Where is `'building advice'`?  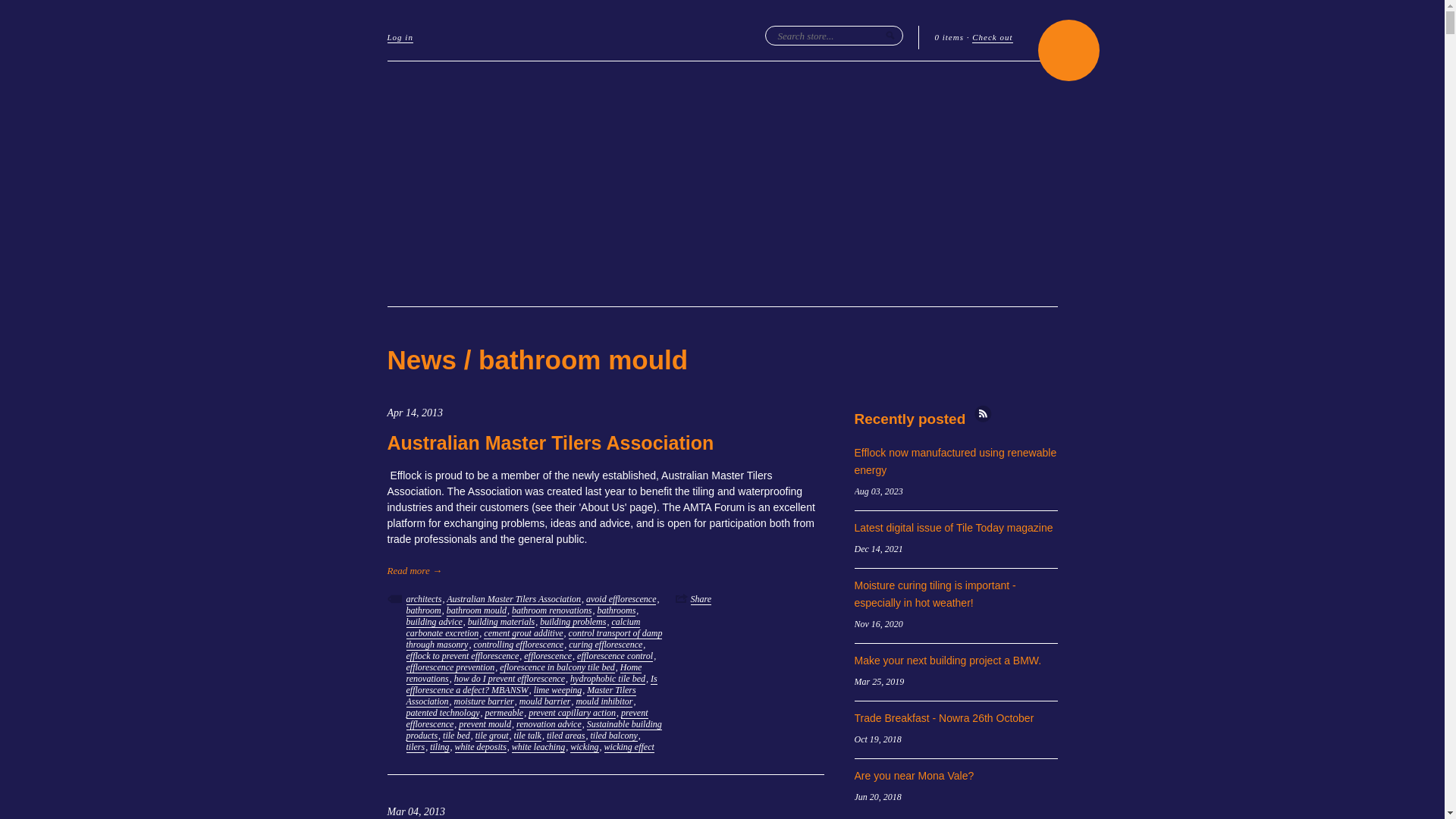 'building advice' is located at coordinates (433, 622).